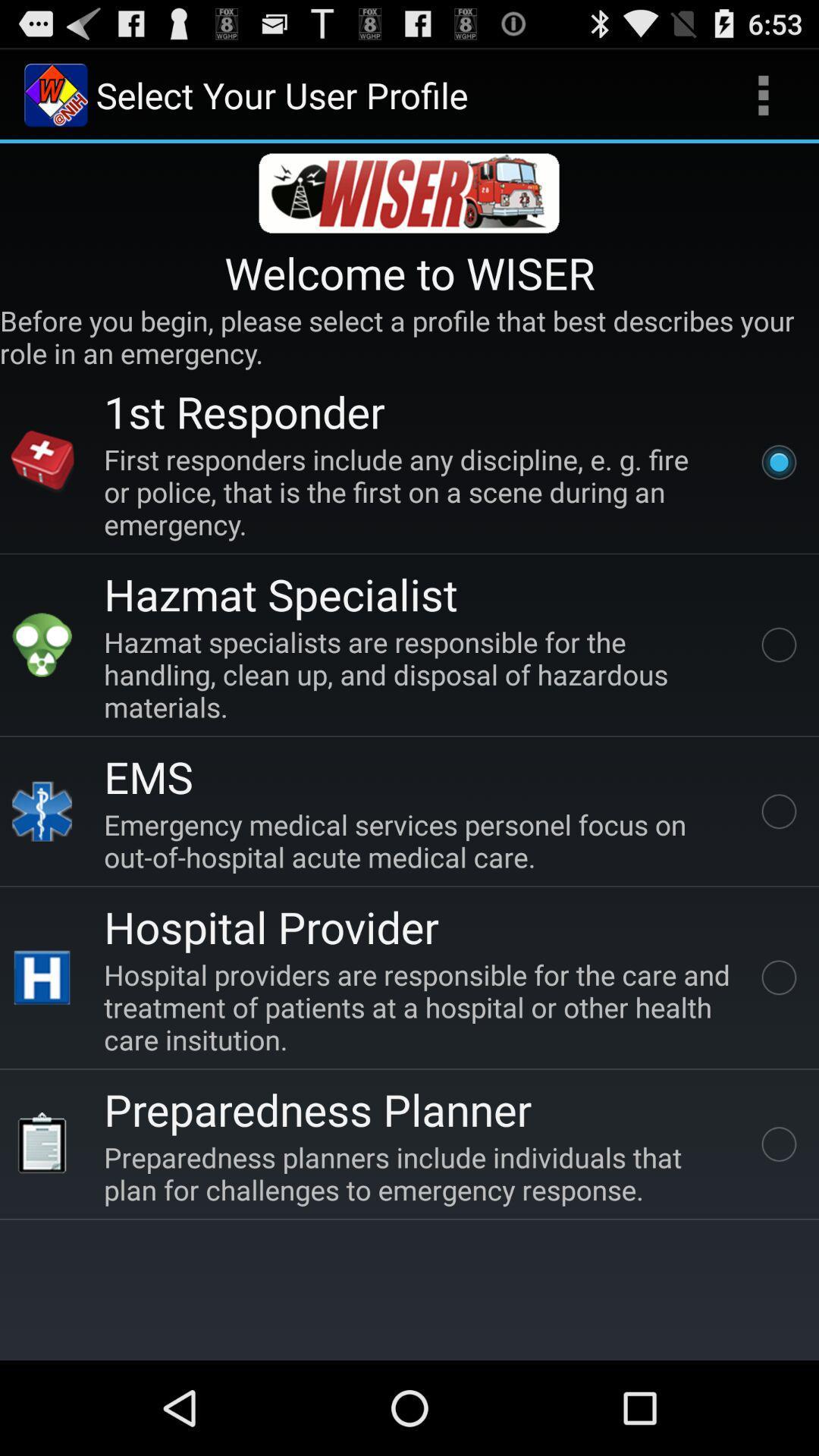 The height and width of the screenshot is (1456, 819). Describe the element at coordinates (420, 491) in the screenshot. I see `first responders include app` at that location.